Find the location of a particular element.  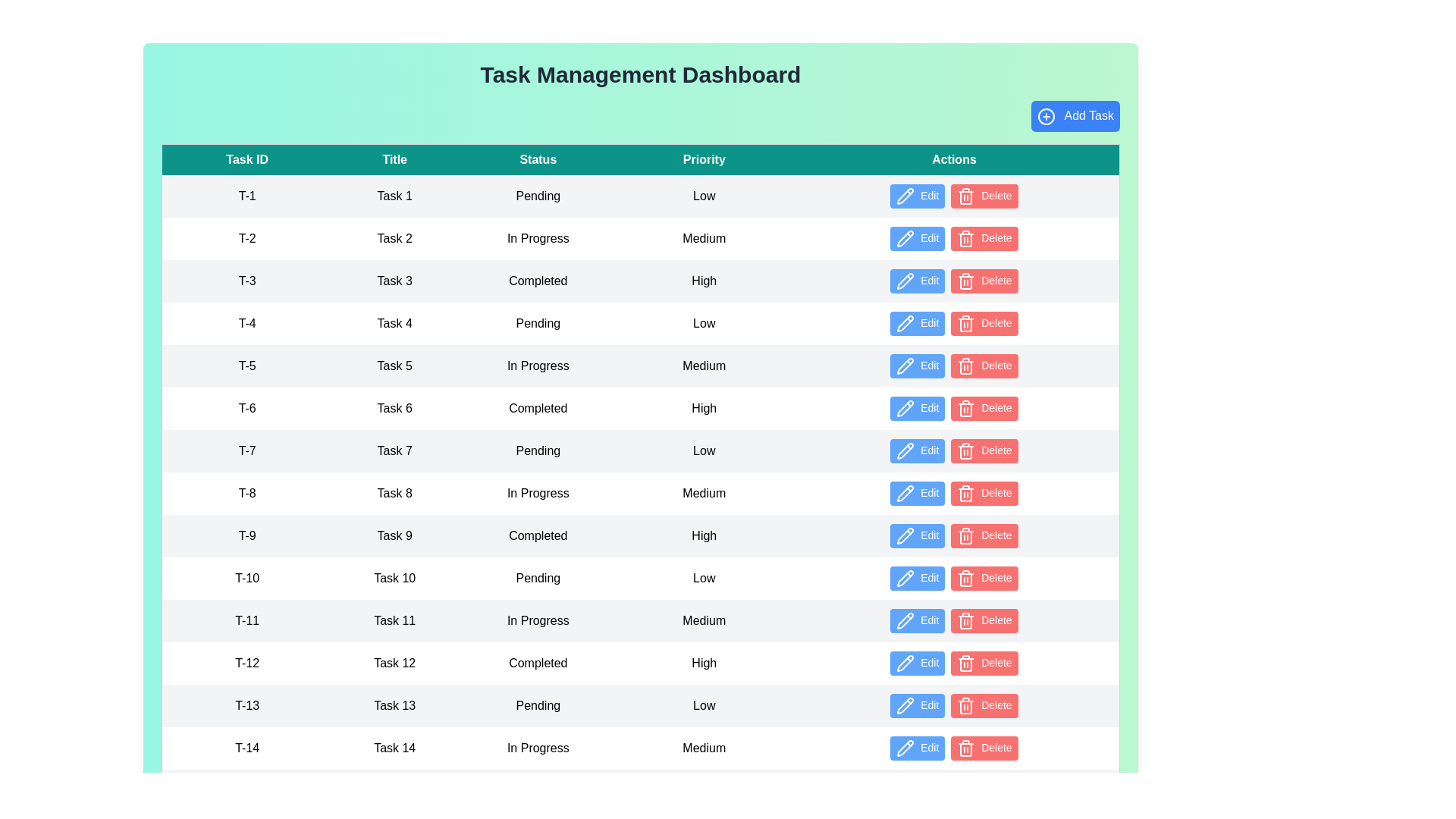

'Delete' button for a specific task in the Actions column is located at coordinates (984, 195).